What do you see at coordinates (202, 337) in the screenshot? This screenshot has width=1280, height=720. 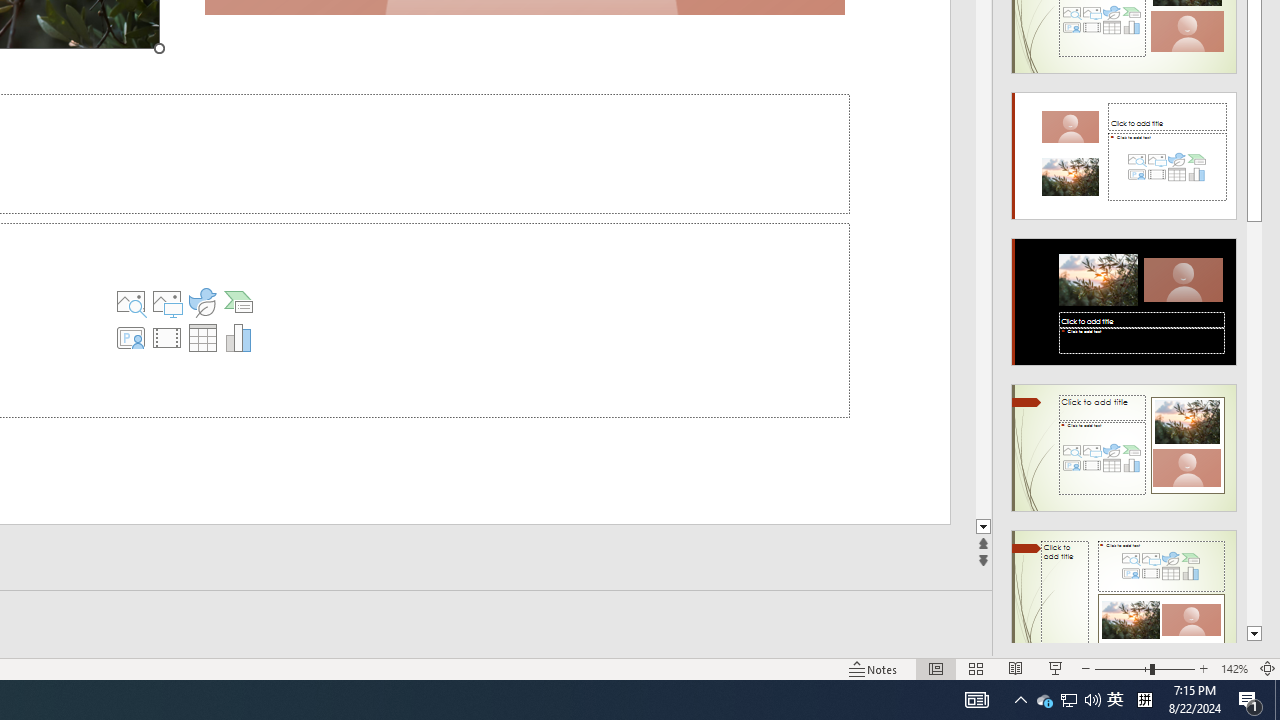 I see `'Insert Table'` at bounding box center [202, 337].